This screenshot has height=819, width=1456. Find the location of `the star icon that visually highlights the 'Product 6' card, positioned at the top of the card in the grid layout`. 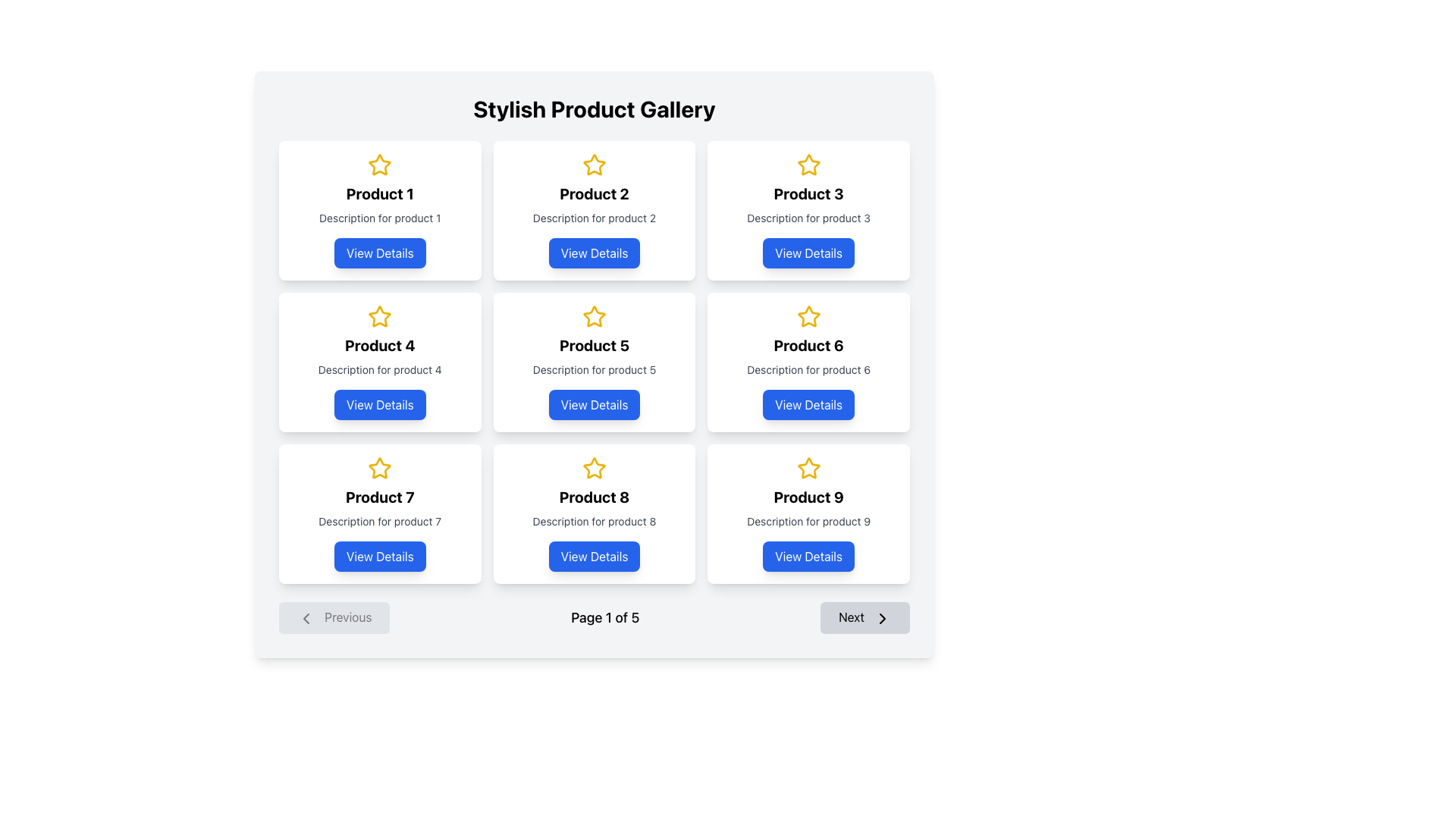

the star icon that visually highlights the 'Product 6' card, positioned at the top of the card in the grid layout is located at coordinates (808, 315).